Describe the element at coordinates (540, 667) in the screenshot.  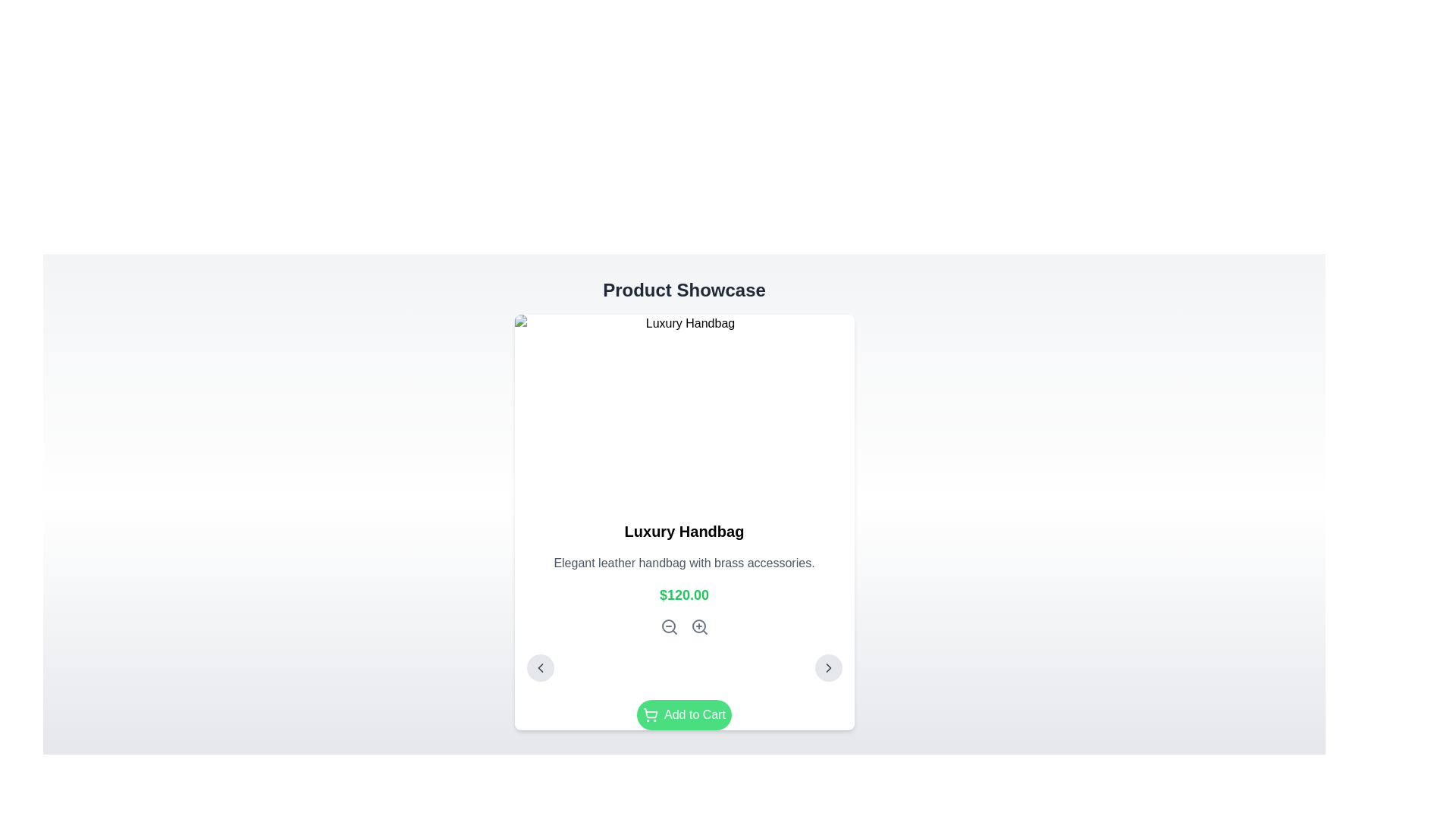
I see `the left-pointing chevron icon within the circular button located at the bottom-left corner of the product showcase card` at that location.